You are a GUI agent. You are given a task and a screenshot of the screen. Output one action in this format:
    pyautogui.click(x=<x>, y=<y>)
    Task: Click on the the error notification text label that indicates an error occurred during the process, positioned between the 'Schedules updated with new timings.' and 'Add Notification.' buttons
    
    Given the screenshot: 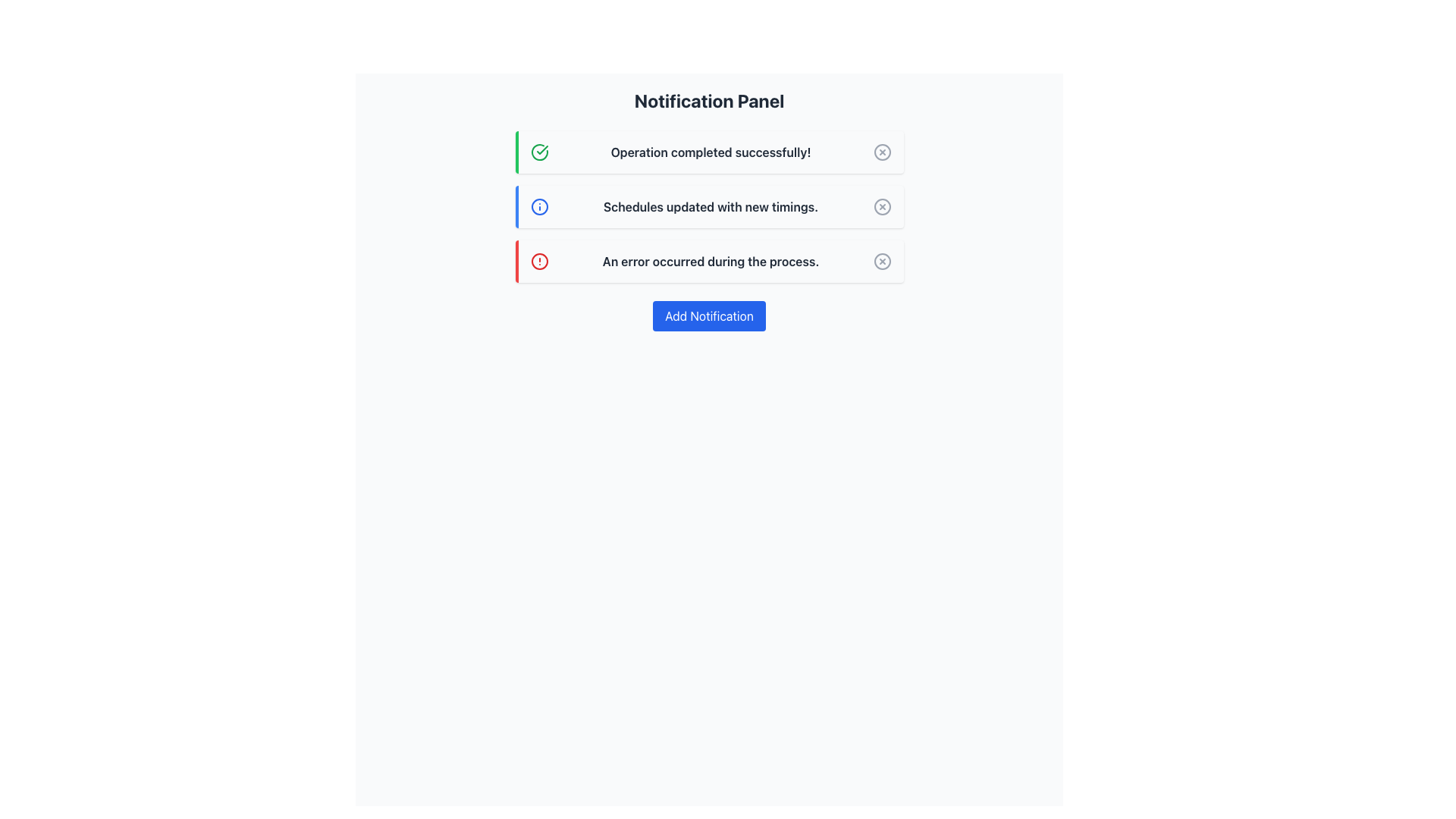 What is the action you would take?
    pyautogui.click(x=710, y=260)
    